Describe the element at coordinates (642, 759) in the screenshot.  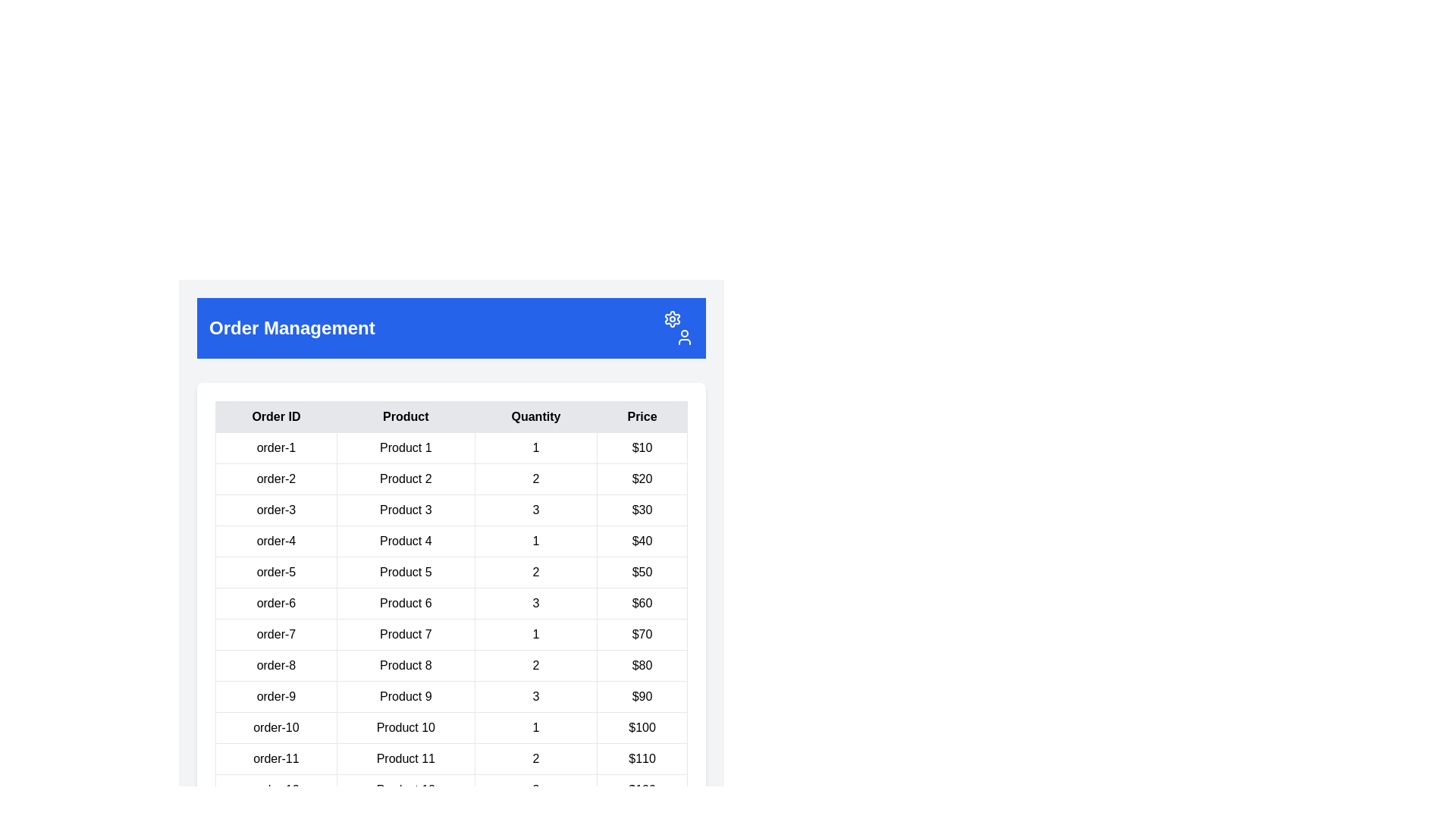
I see `monetary value displayed in the text label '$110', which is located in the 'Price' column of the 'order-11' row in the data table` at that location.